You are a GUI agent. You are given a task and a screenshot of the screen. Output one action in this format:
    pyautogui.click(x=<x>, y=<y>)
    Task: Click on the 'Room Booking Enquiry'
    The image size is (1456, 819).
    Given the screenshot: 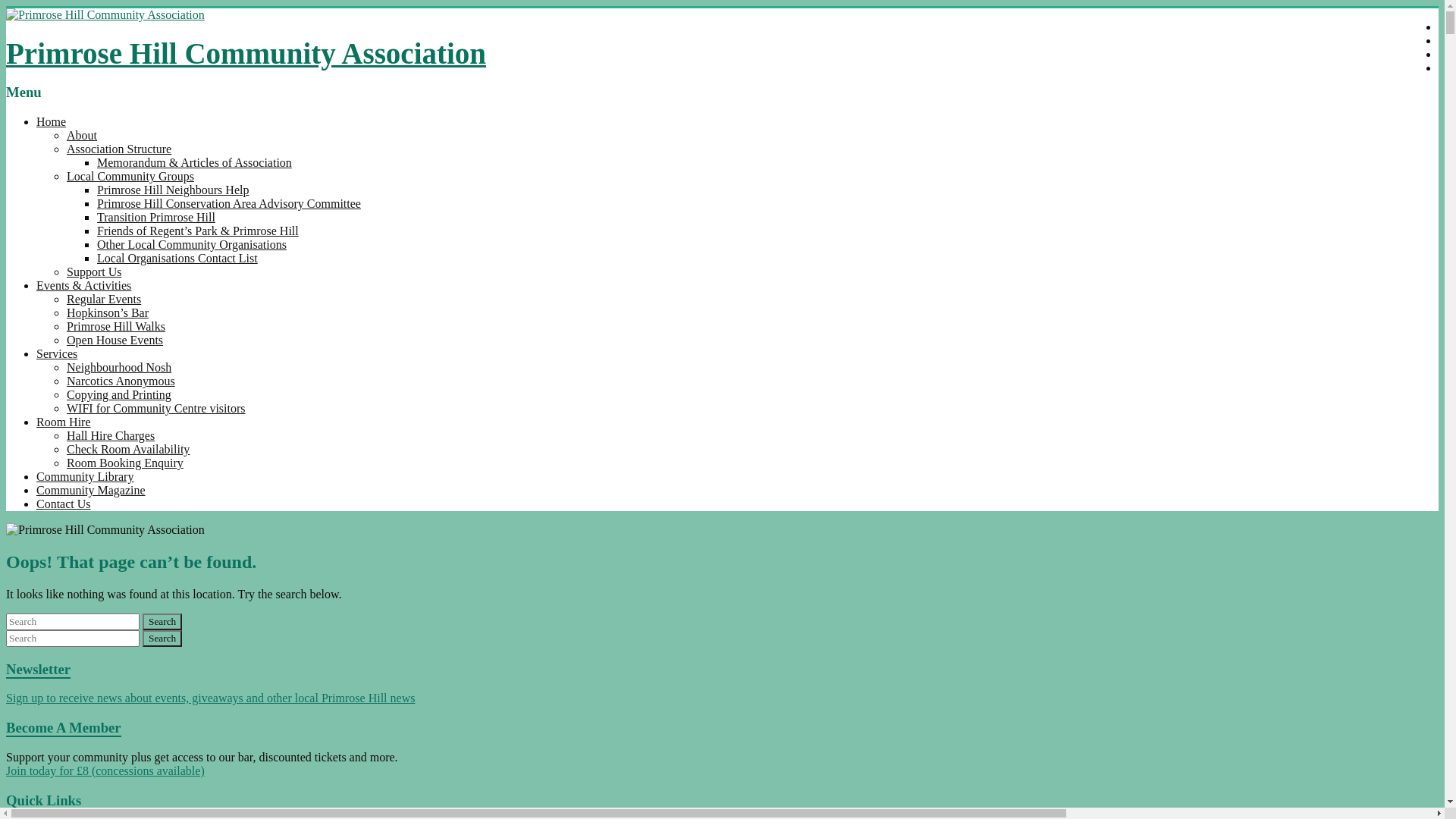 What is the action you would take?
    pyautogui.click(x=124, y=462)
    